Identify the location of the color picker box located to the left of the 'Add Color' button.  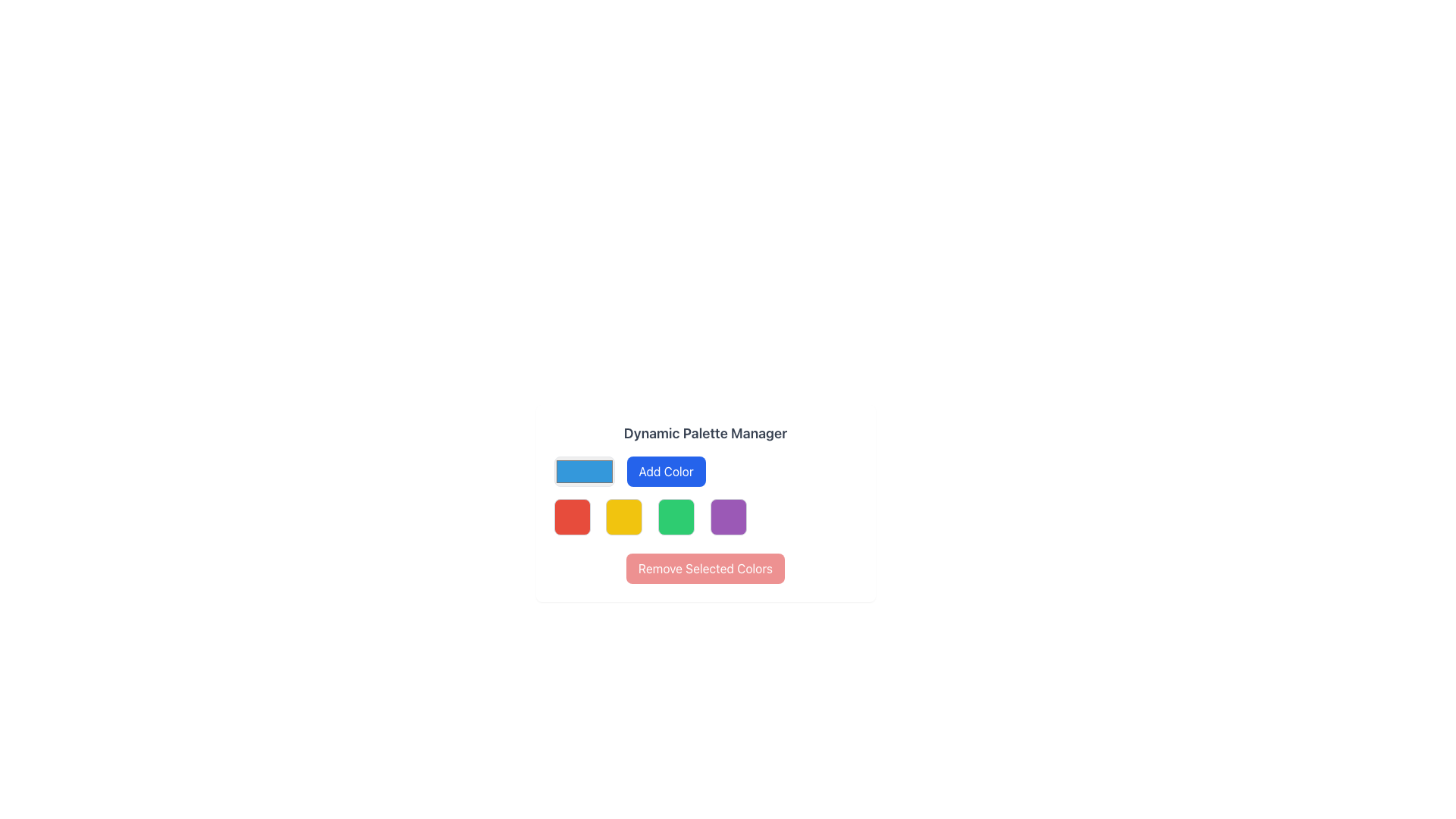
(583, 470).